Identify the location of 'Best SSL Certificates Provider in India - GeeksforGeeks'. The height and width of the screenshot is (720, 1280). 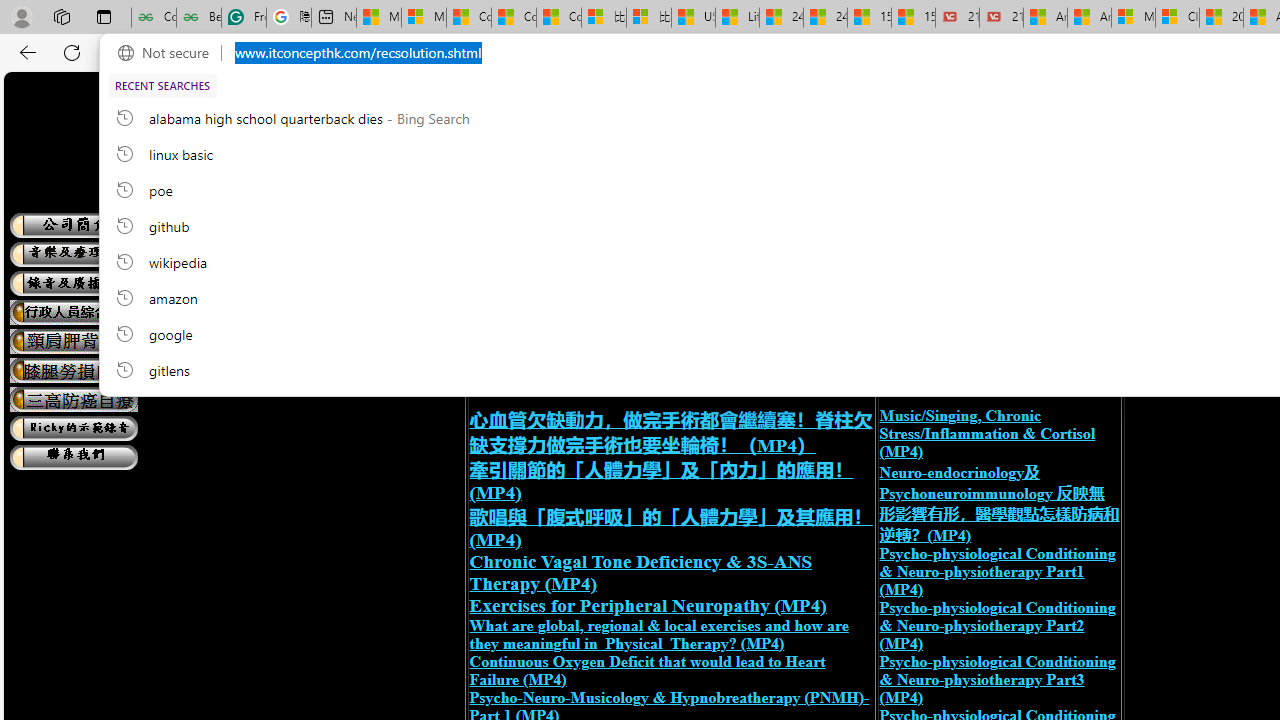
(199, 17).